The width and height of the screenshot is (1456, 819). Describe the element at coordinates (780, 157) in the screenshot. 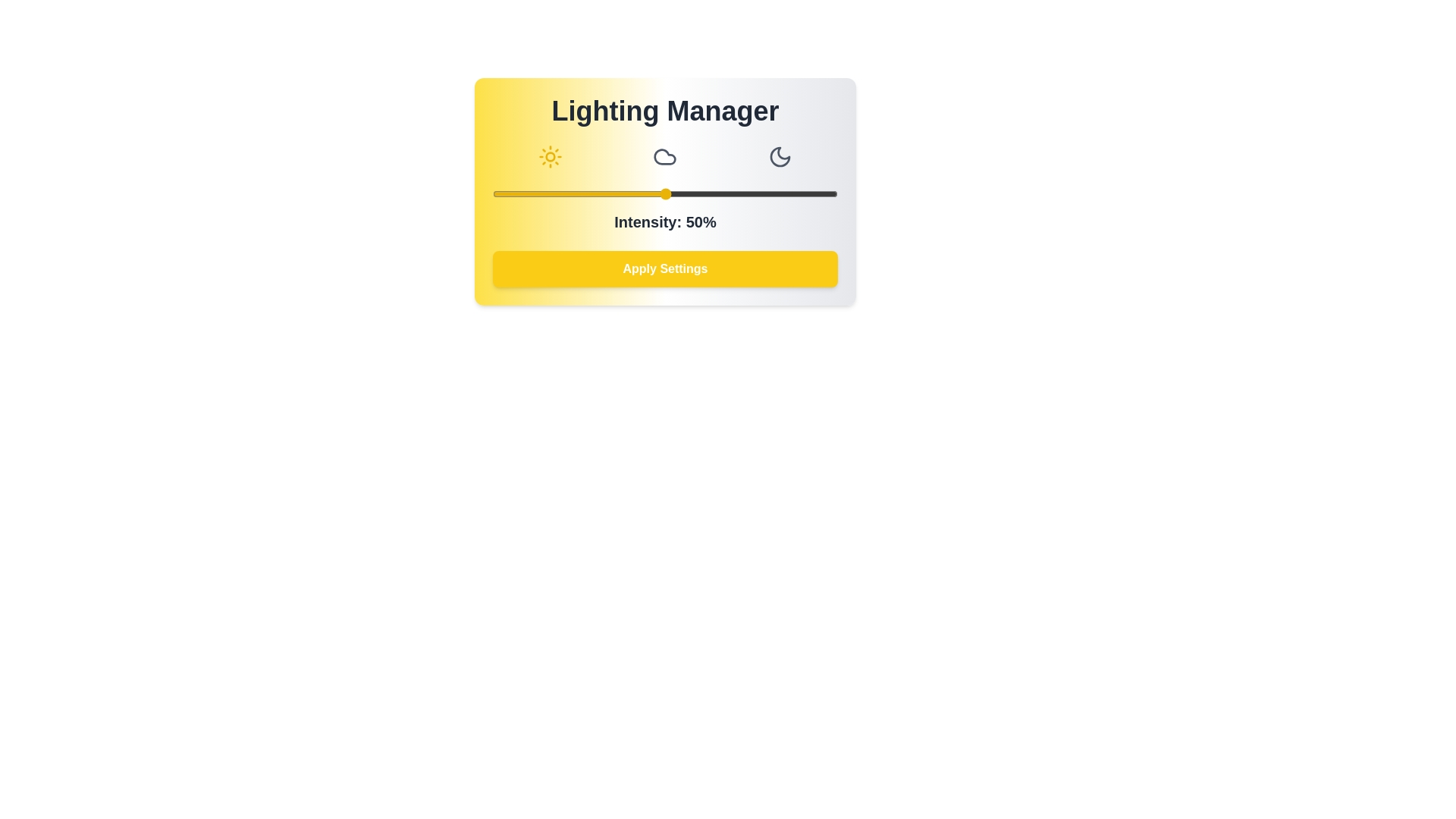

I see `the lighting mode Night to observe its visual representation` at that location.